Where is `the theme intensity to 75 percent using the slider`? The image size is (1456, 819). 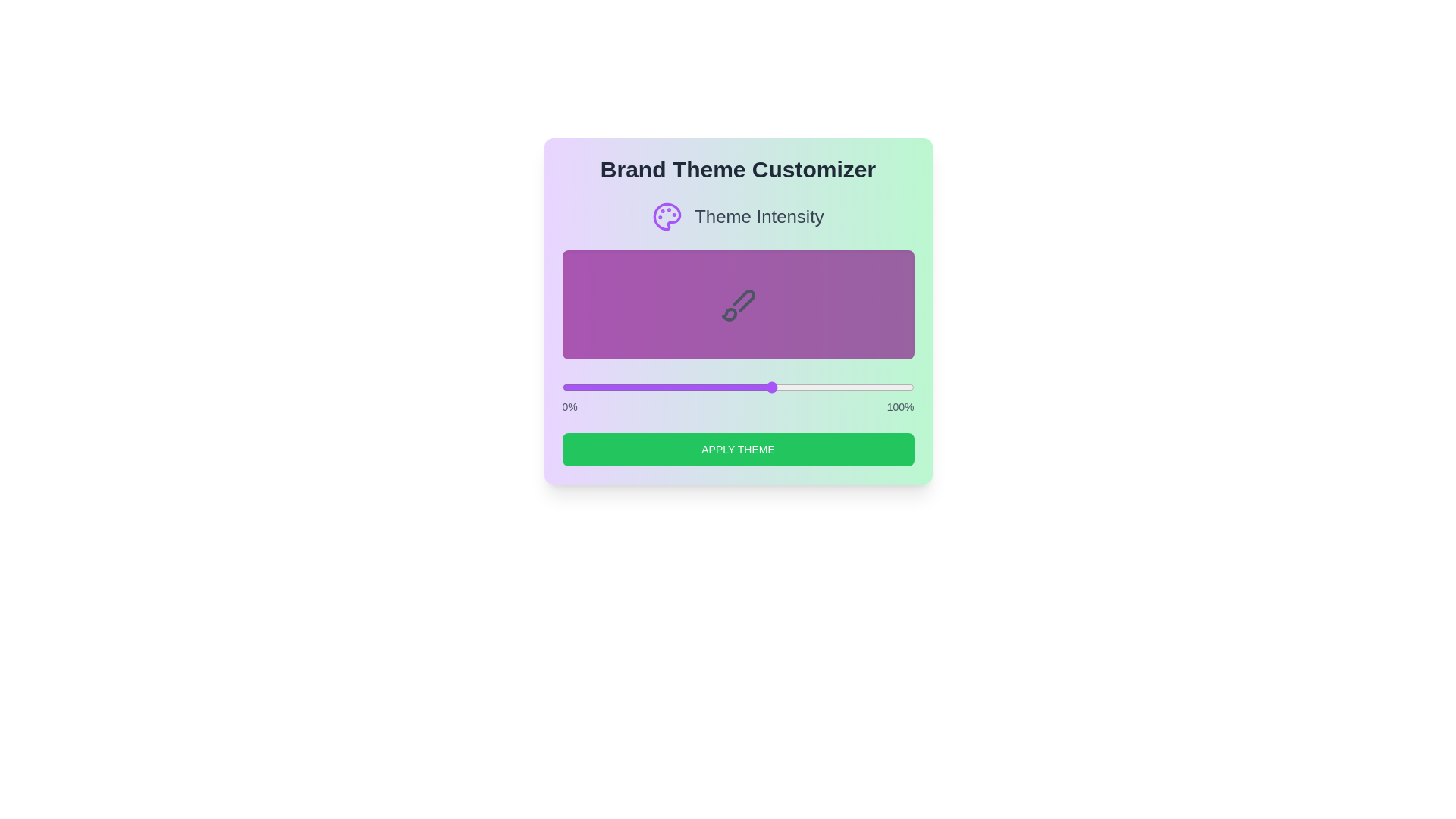
the theme intensity to 75 percent using the slider is located at coordinates (825, 386).